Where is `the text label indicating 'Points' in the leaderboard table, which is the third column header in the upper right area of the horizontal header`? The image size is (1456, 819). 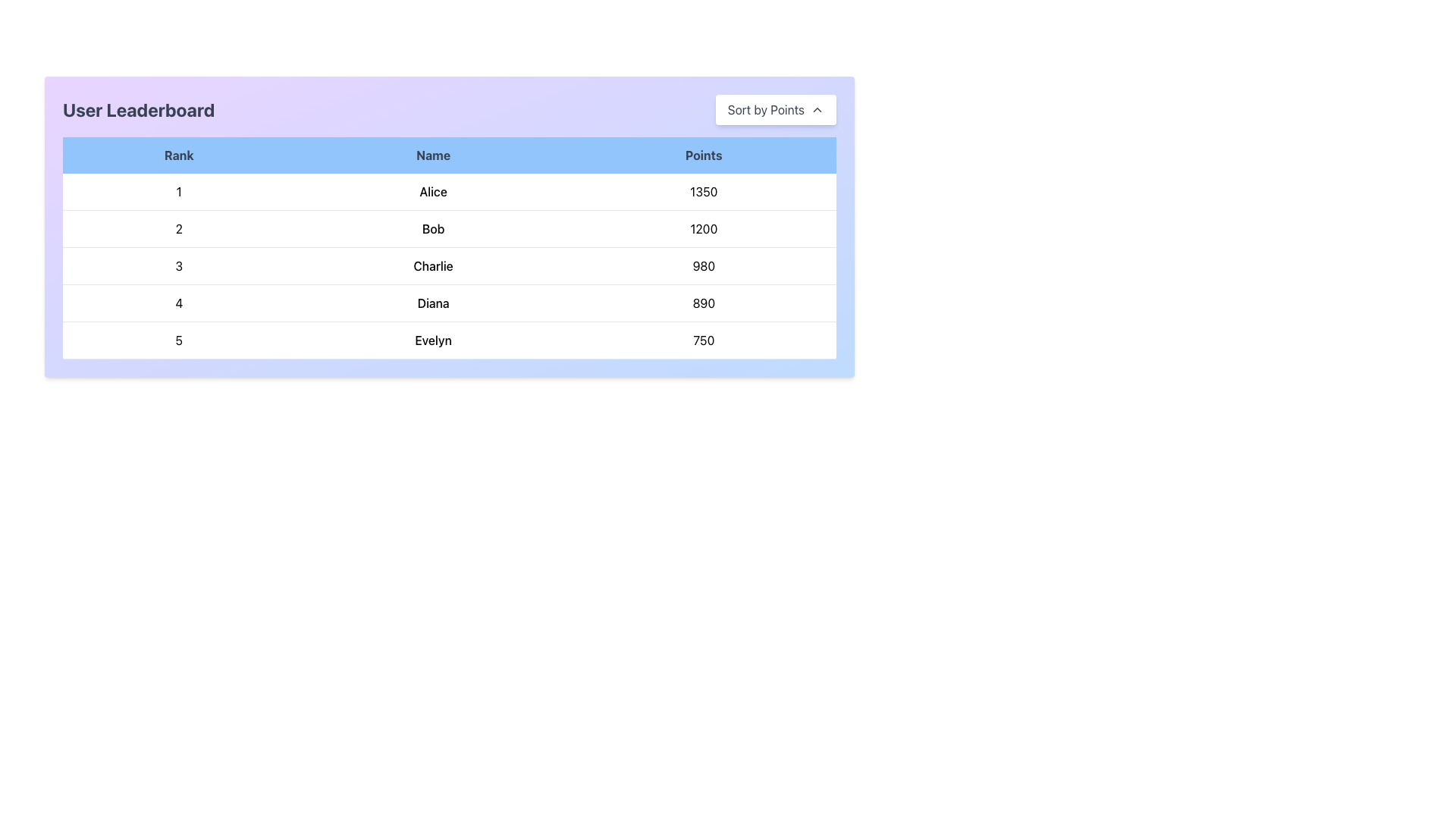
the text label indicating 'Points' in the leaderboard table, which is the third column header in the upper right area of the horizontal header is located at coordinates (703, 155).